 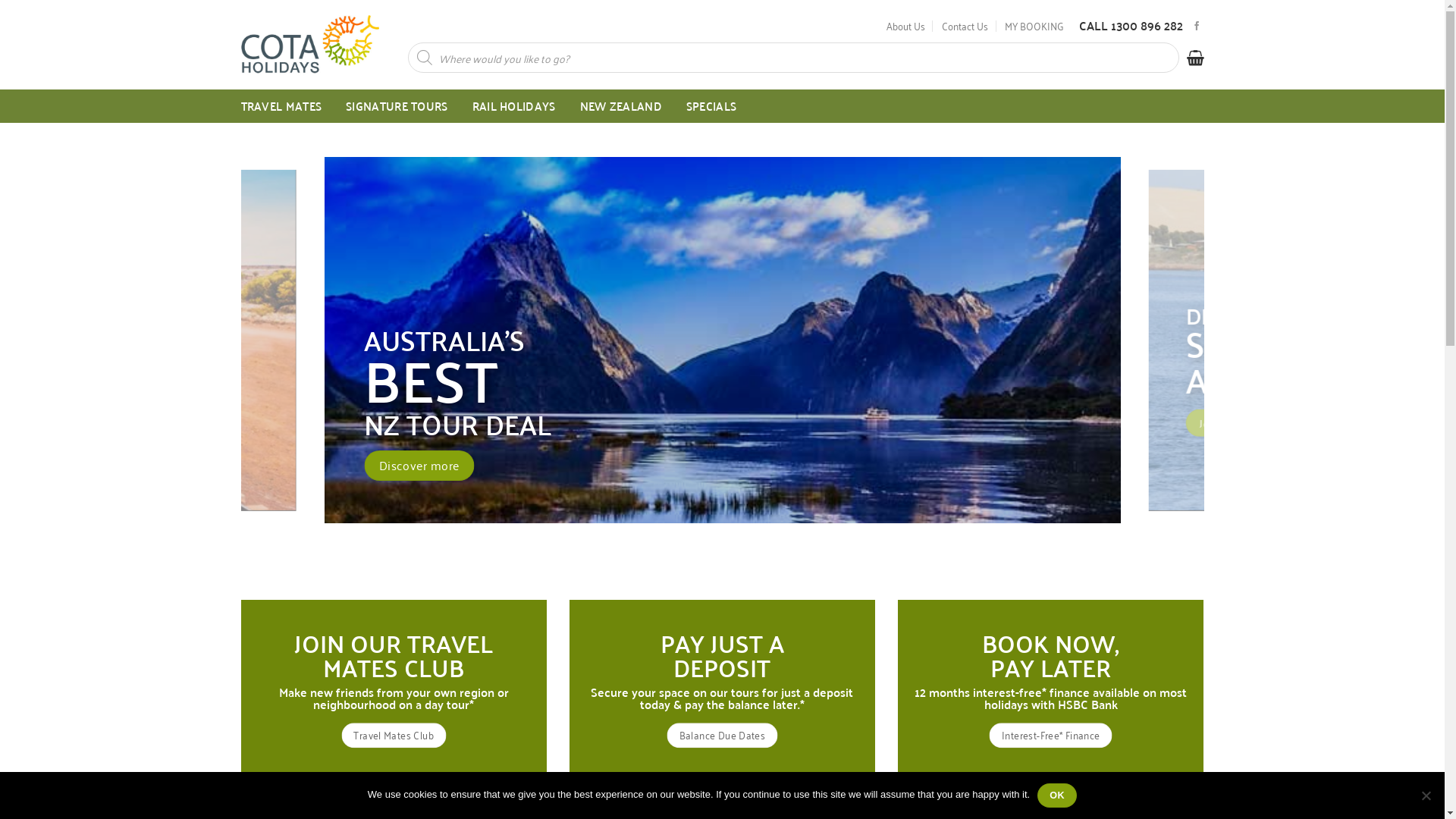 What do you see at coordinates (1056, 795) in the screenshot?
I see `'OK'` at bounding box center [1056, 795].